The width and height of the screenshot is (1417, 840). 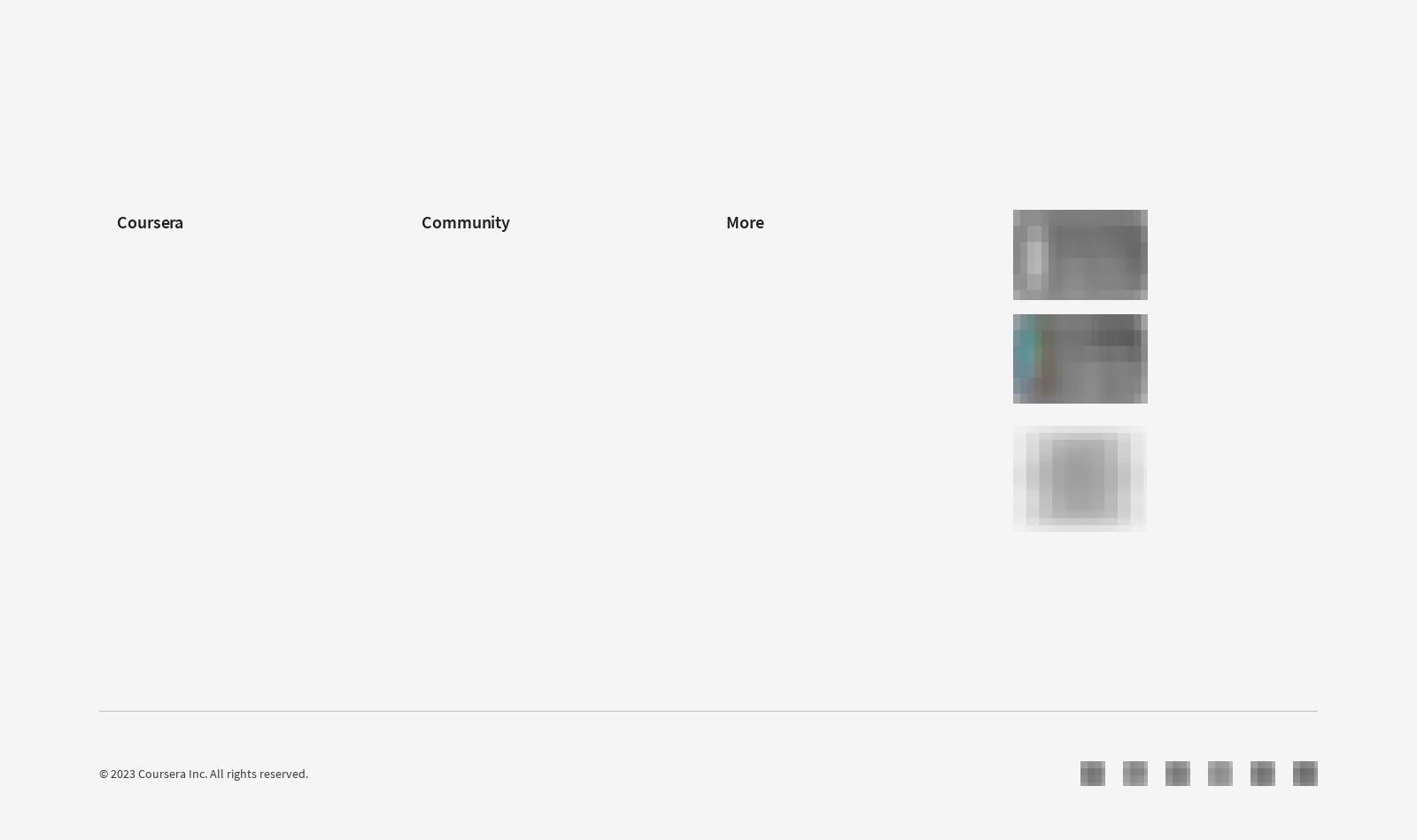 What do you see at coordinates (453, 306) in the screenshot?
I see `'Beta Testers'` at bounding box center [453, 306].